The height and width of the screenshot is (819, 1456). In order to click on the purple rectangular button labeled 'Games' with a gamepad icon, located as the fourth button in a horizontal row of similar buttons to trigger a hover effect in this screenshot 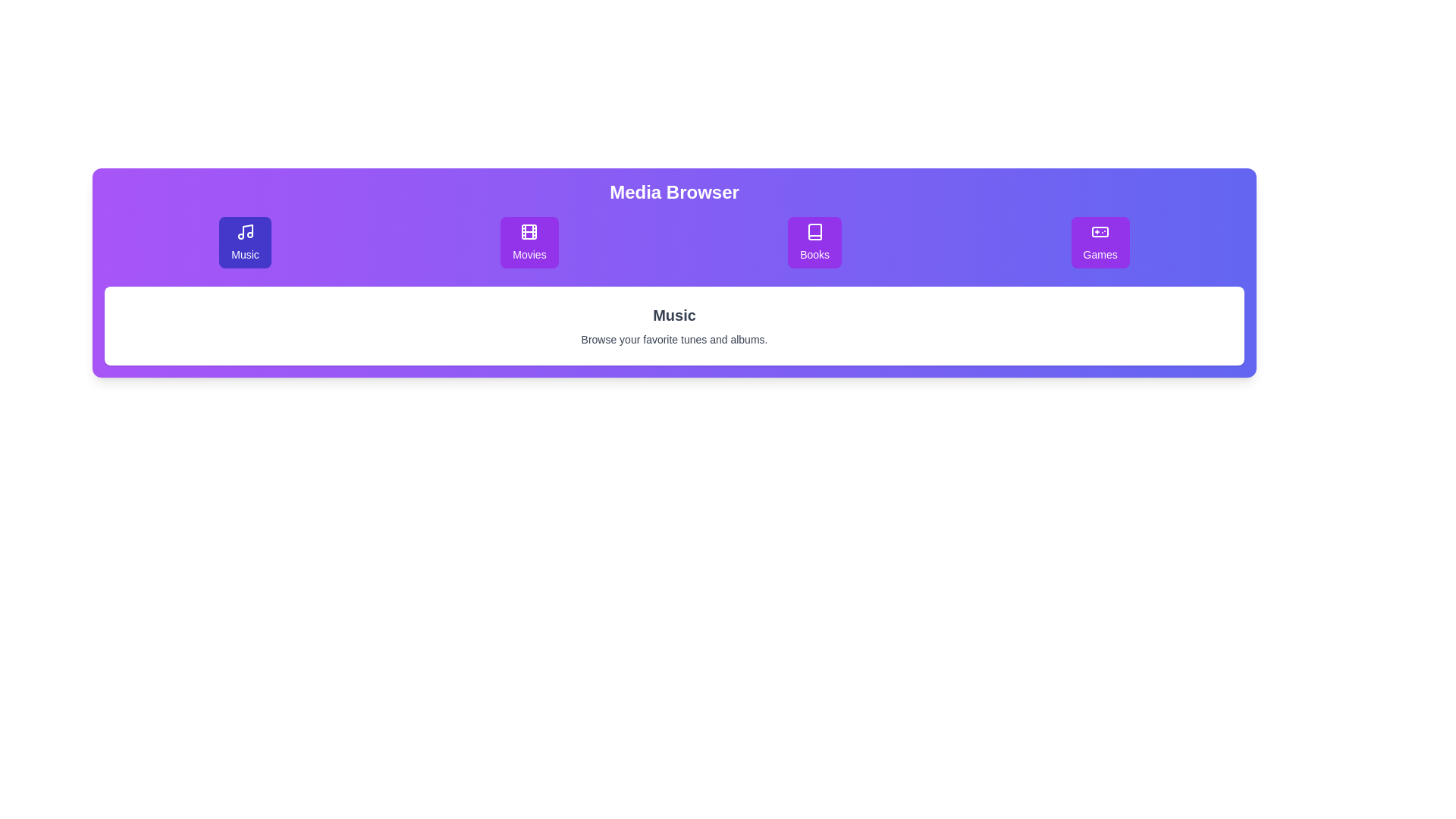, I will do `click(1100, 242)`.